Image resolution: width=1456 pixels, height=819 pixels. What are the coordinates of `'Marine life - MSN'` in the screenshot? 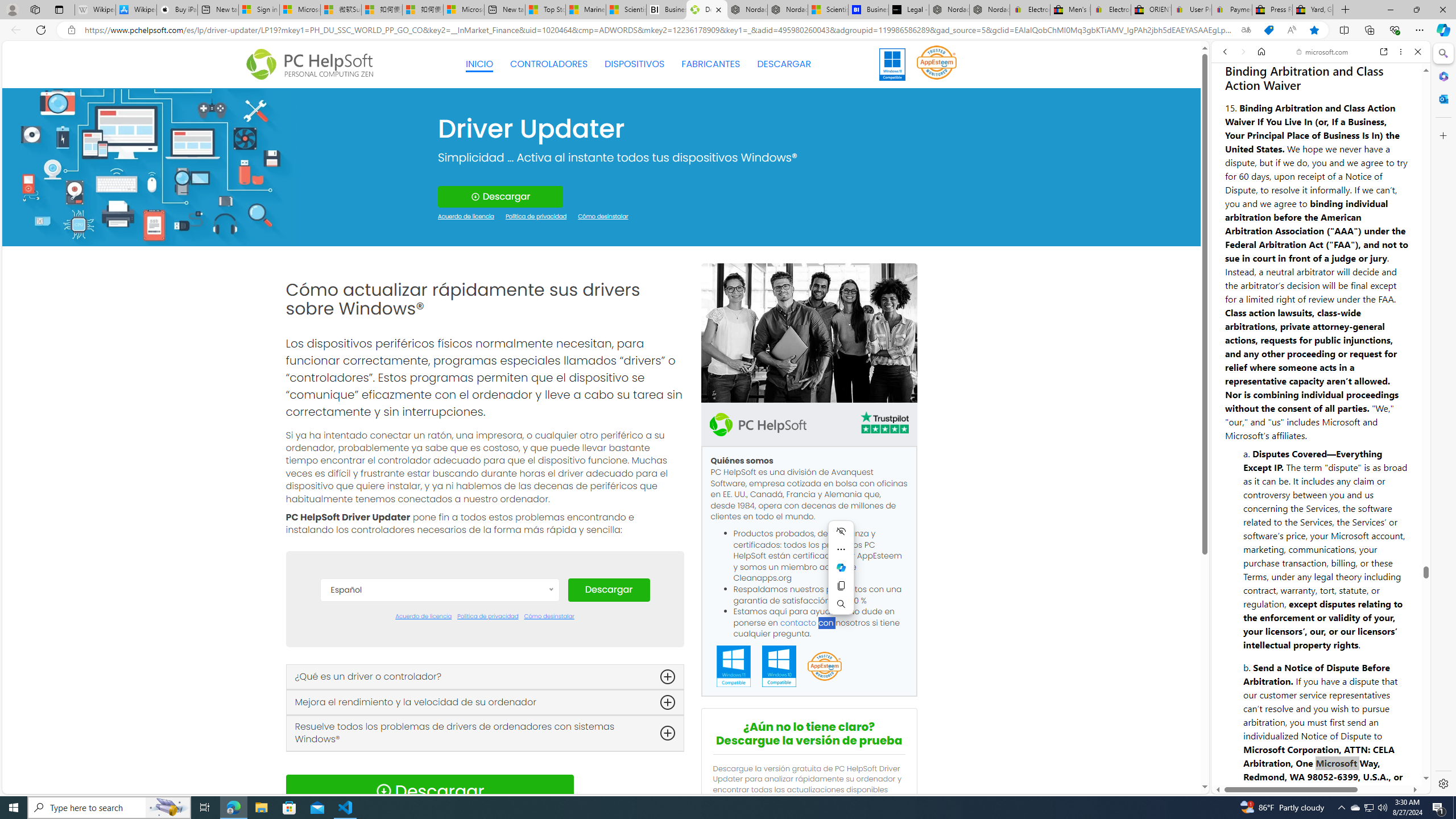 It's located at (586, 9).